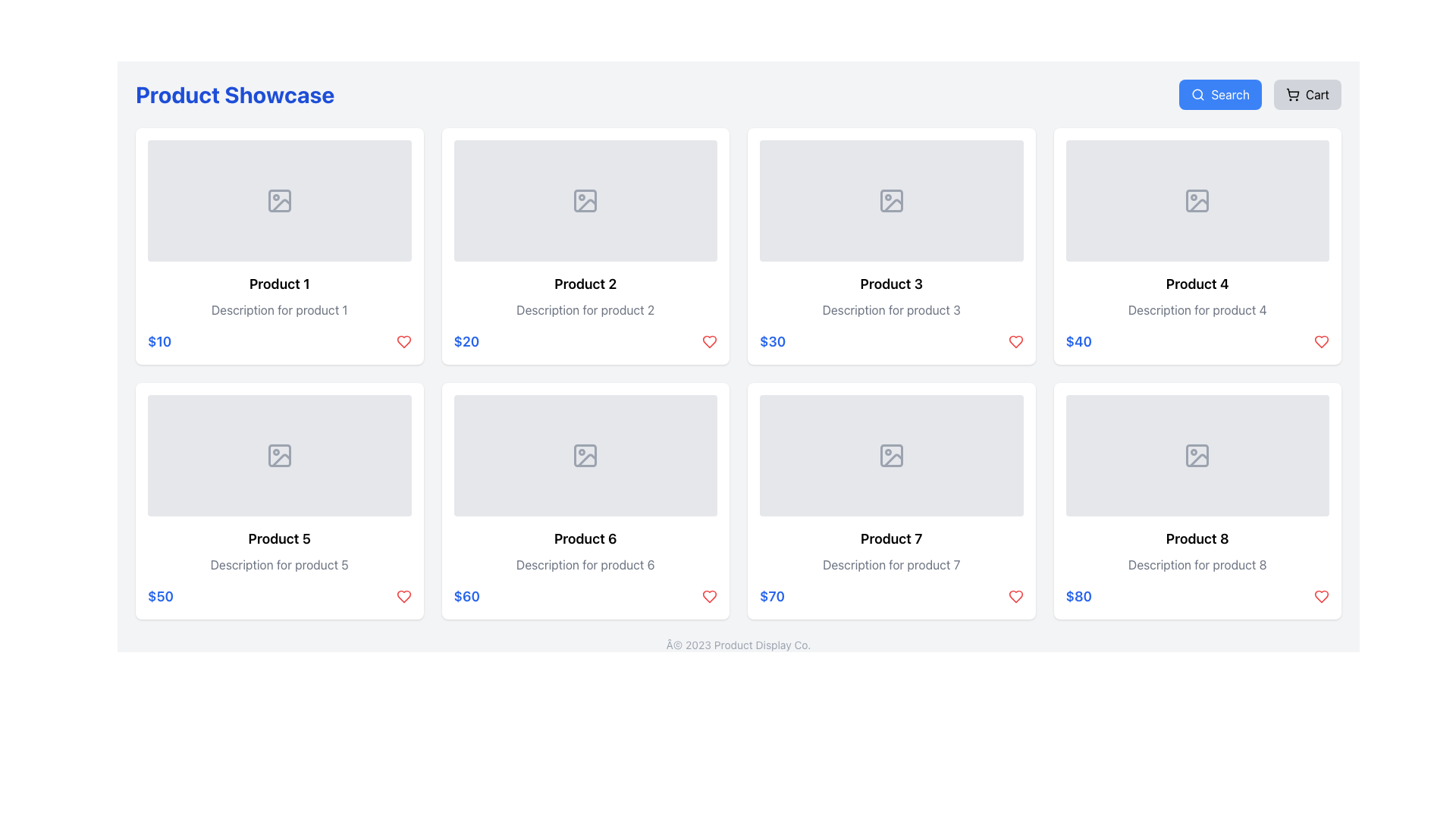 The image size is (1456, 819). I want to click on the static text element that serves as a title or heading, indicating the purpose of the page, so click(234, 94).